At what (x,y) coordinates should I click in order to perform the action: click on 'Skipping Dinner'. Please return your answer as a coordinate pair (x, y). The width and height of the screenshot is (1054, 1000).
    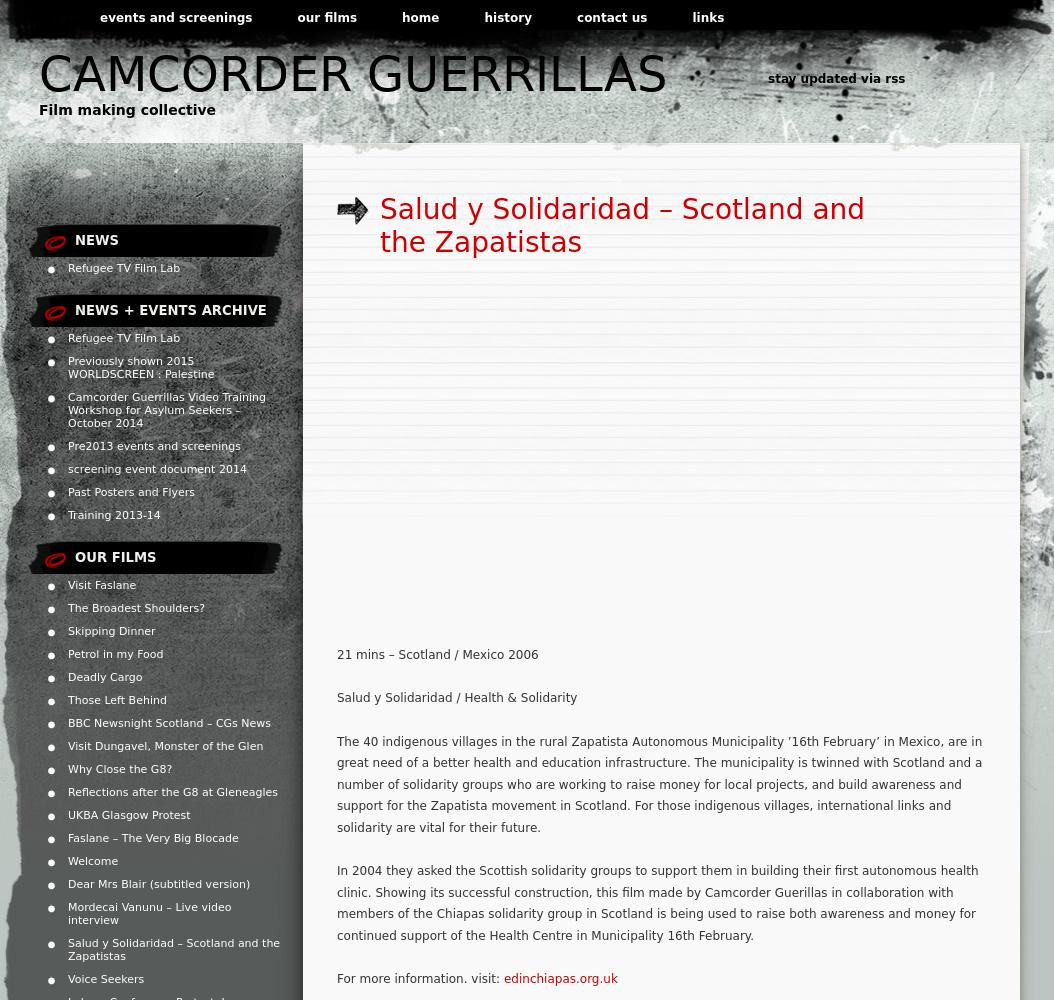
    Looking at the image, I should click on (111, 631).